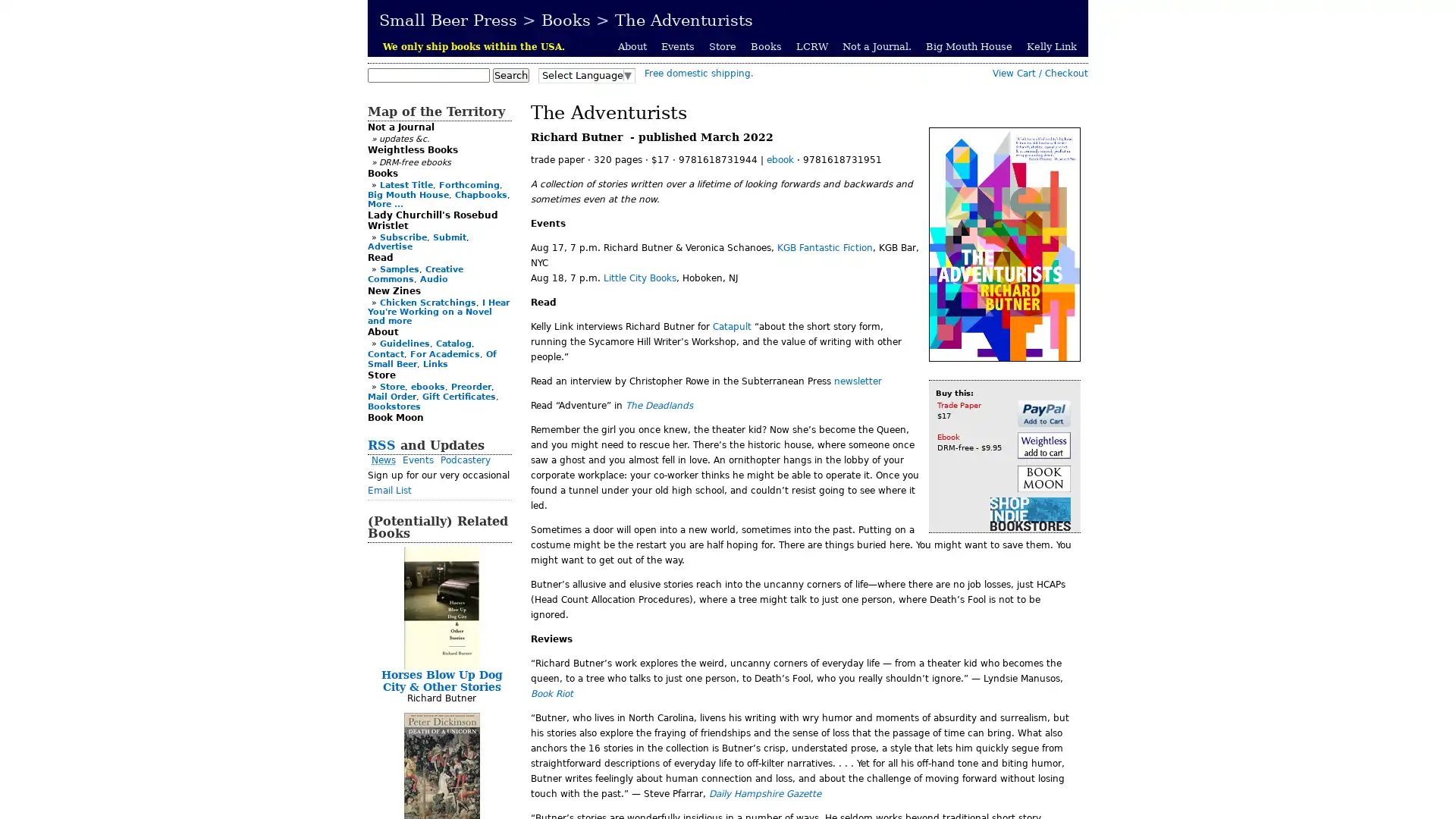  What do you see at coordinates (510, 75) in the screenshot?
I see `Search` at bounding box center [510, 75].